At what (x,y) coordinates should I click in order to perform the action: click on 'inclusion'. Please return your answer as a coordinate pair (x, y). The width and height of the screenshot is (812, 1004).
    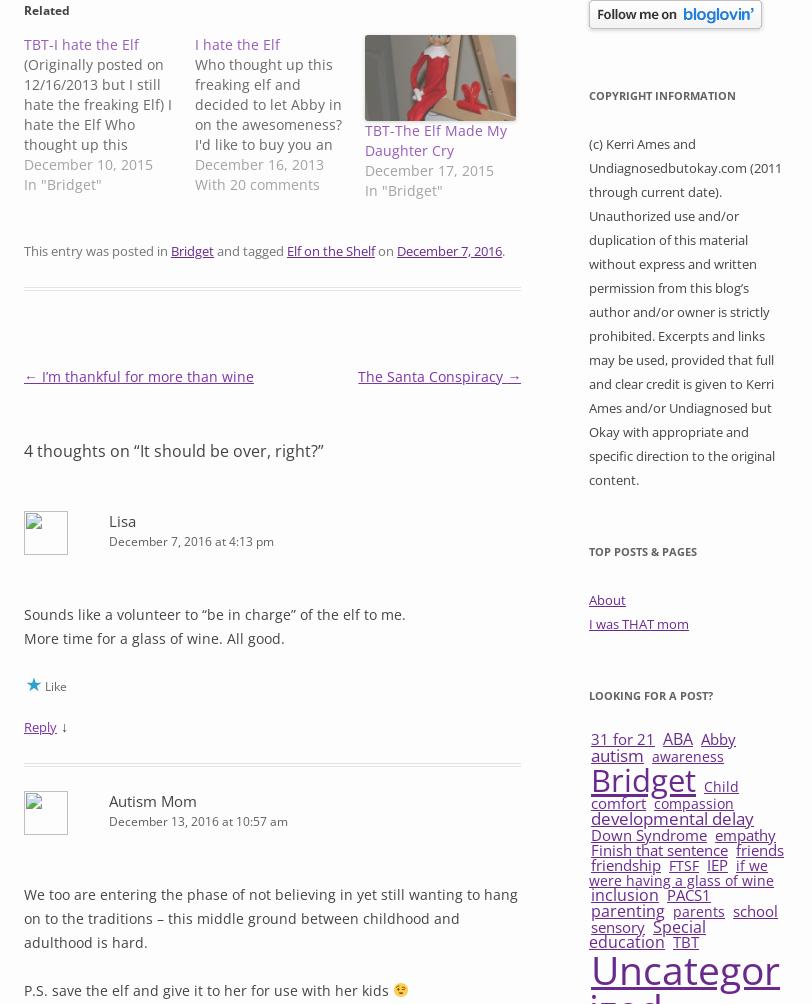
    Looking at the image, I should click on (624, 892).